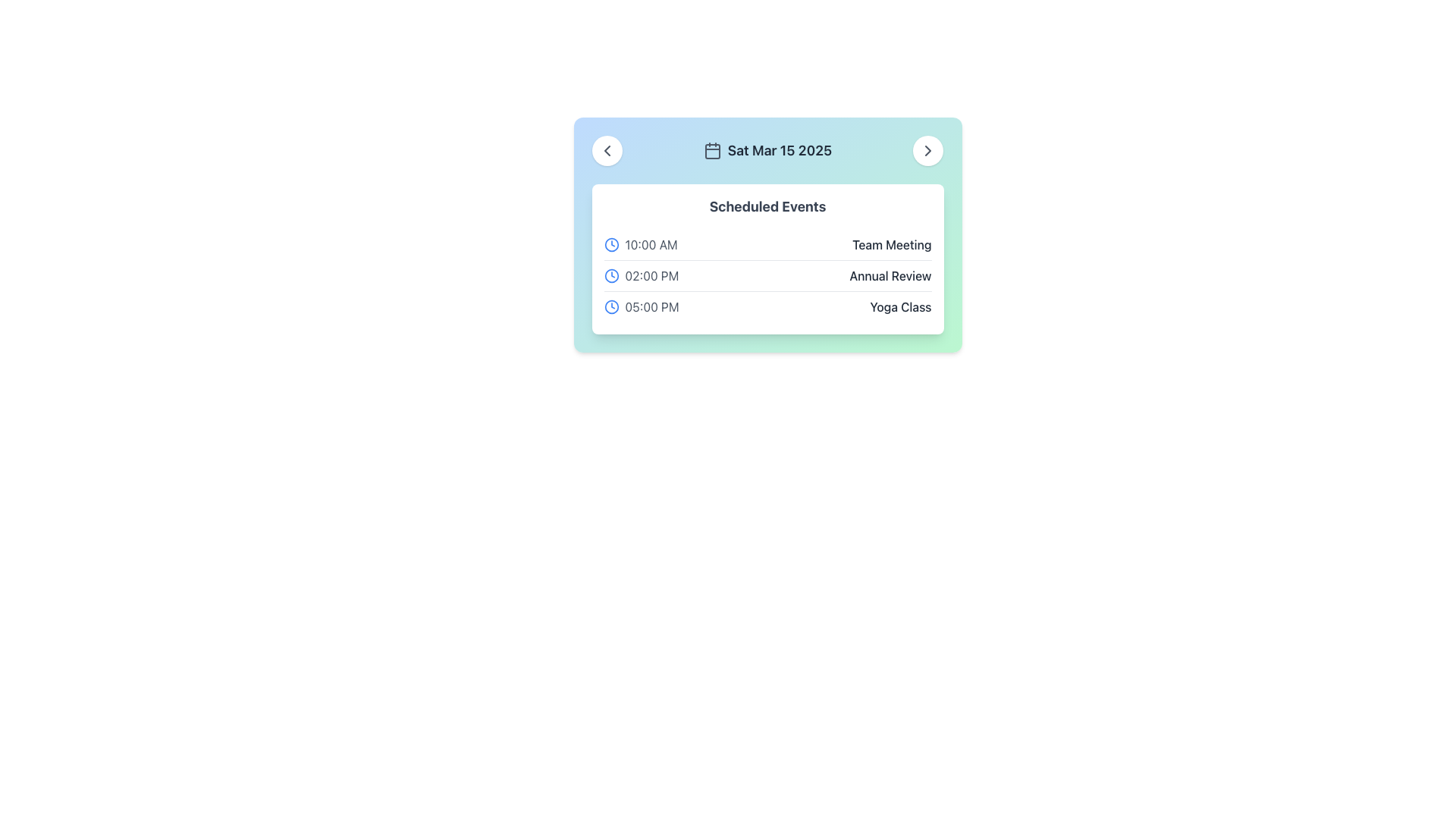 The image size is (1456, 819). What do you see at coordinates (927, 151) in the screenshot?
I see `the chevron right navigation icon located in the top-right corner of the calendar widget` at bounding box center [927, 151].